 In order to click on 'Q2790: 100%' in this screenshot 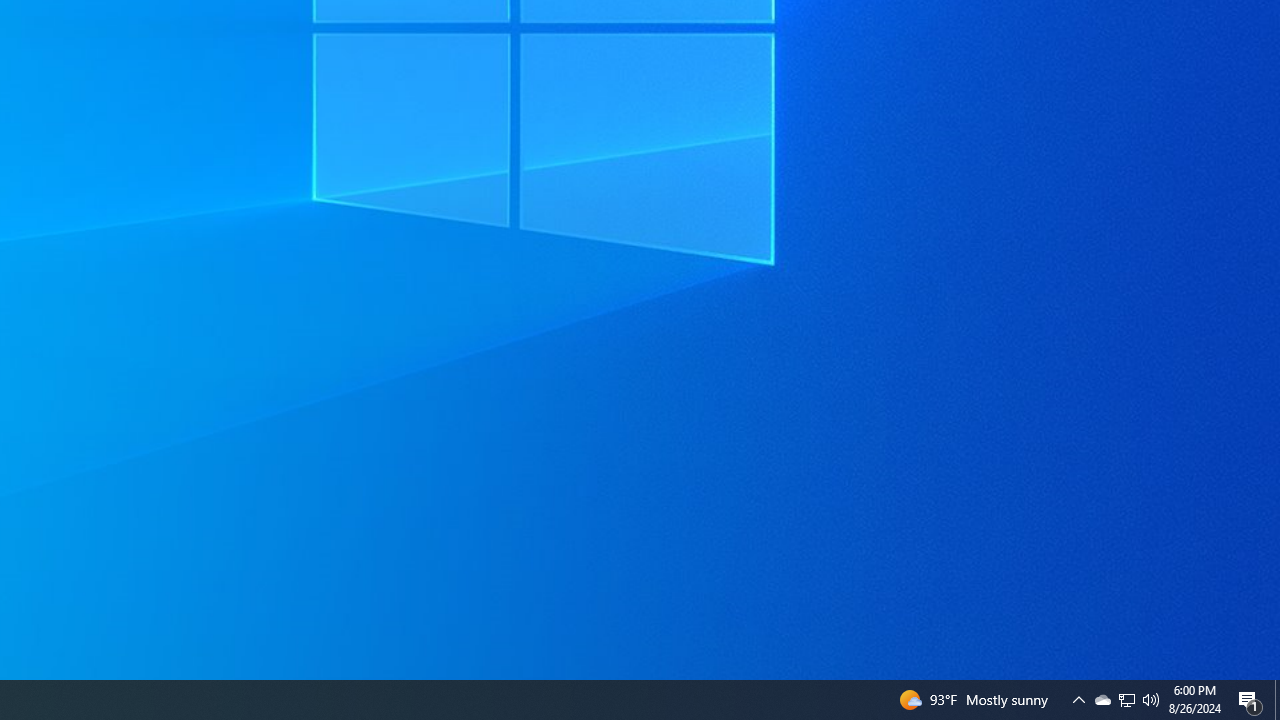, I will do `click(1151, 698)`.